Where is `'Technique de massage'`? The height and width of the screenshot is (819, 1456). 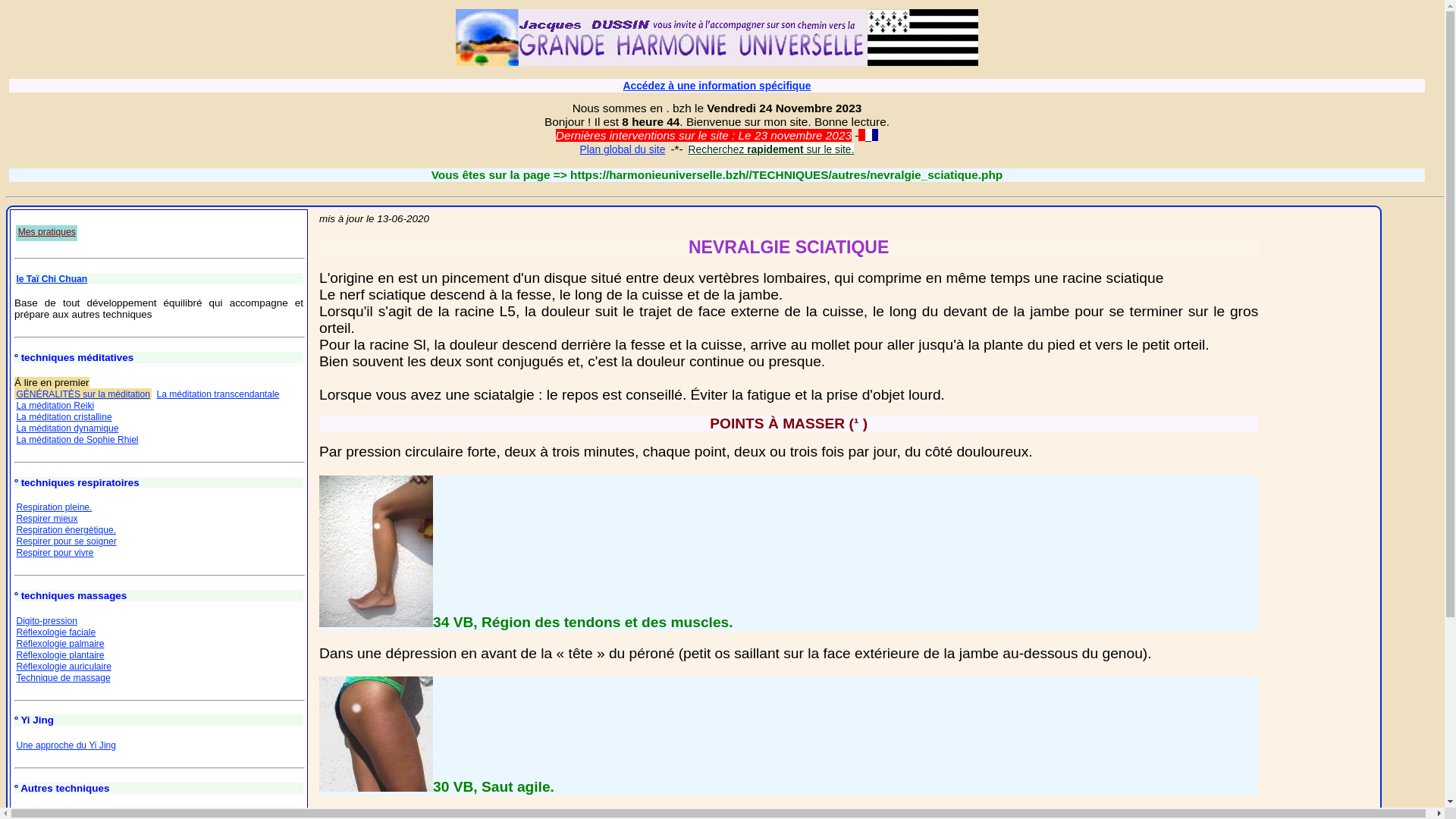 'Technique de massage' is located at coordinates (61, 677).